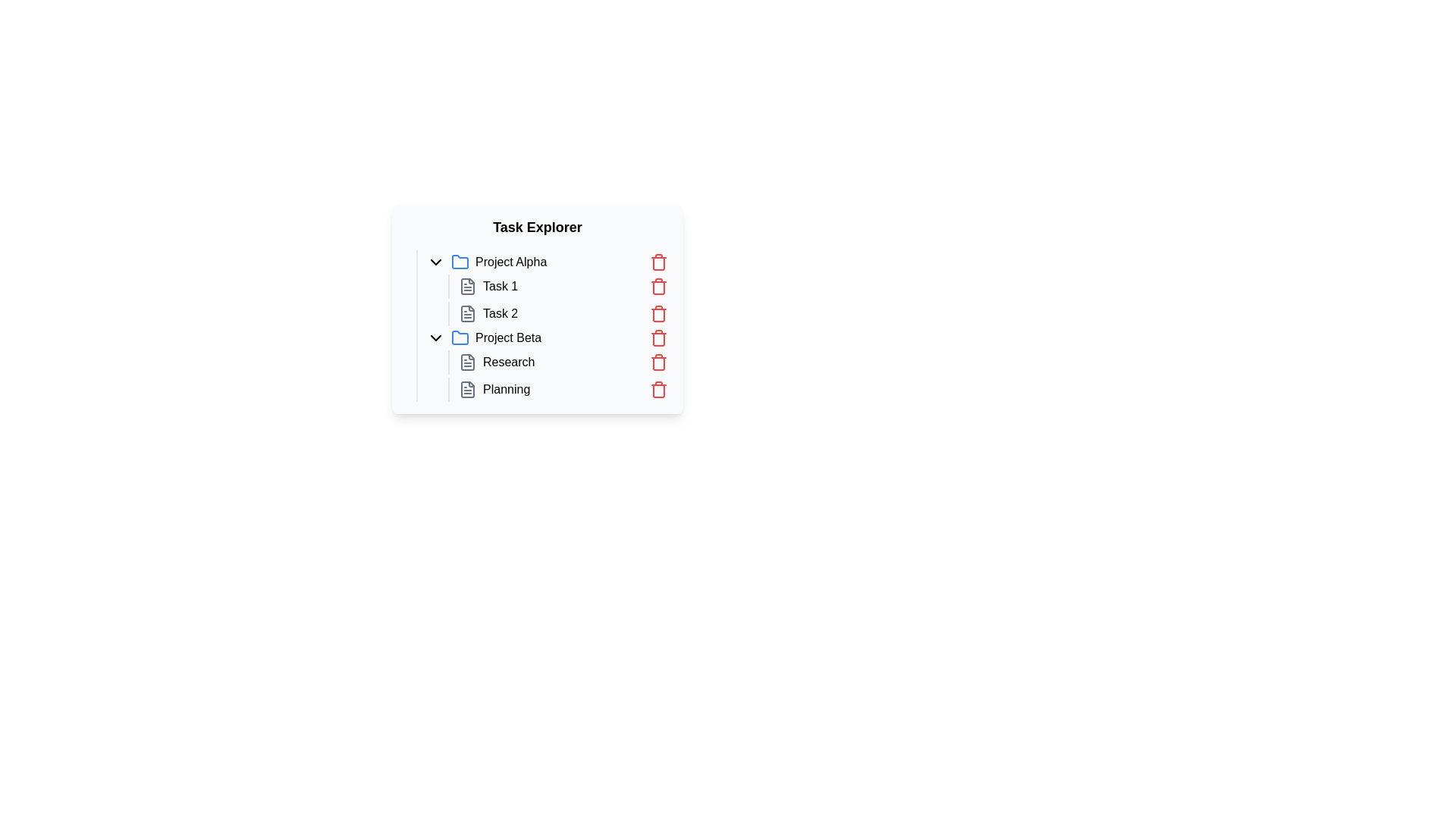 This screenshot has width=1456, height=819. Describe the element at coordinates (467, 362) in the screenshot. I see `the file icon located in the 'Task Explorer' panel next to the 'Research' task under 'Project Beta'` at that location.